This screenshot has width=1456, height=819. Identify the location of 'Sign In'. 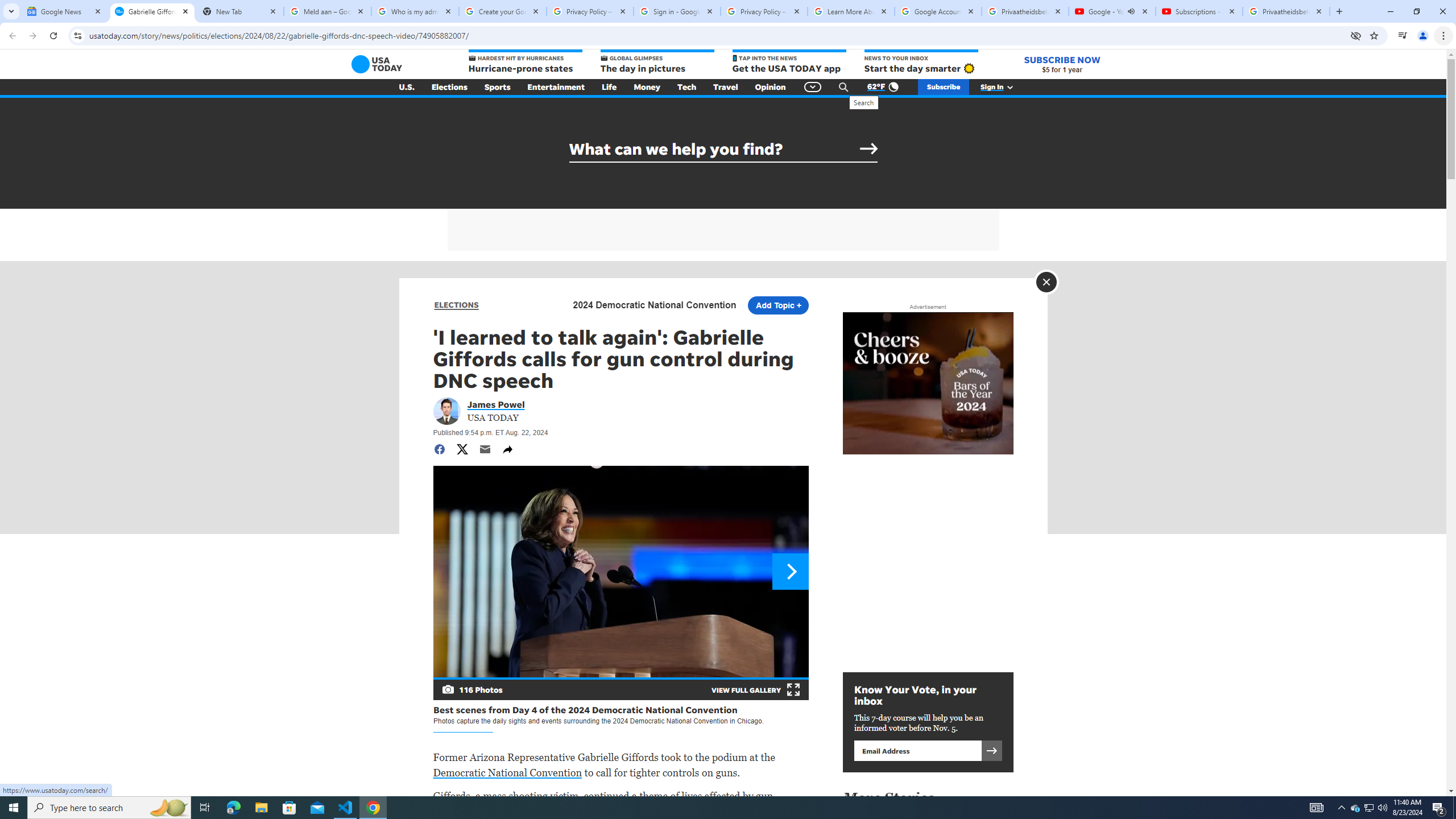
(1002, 87).